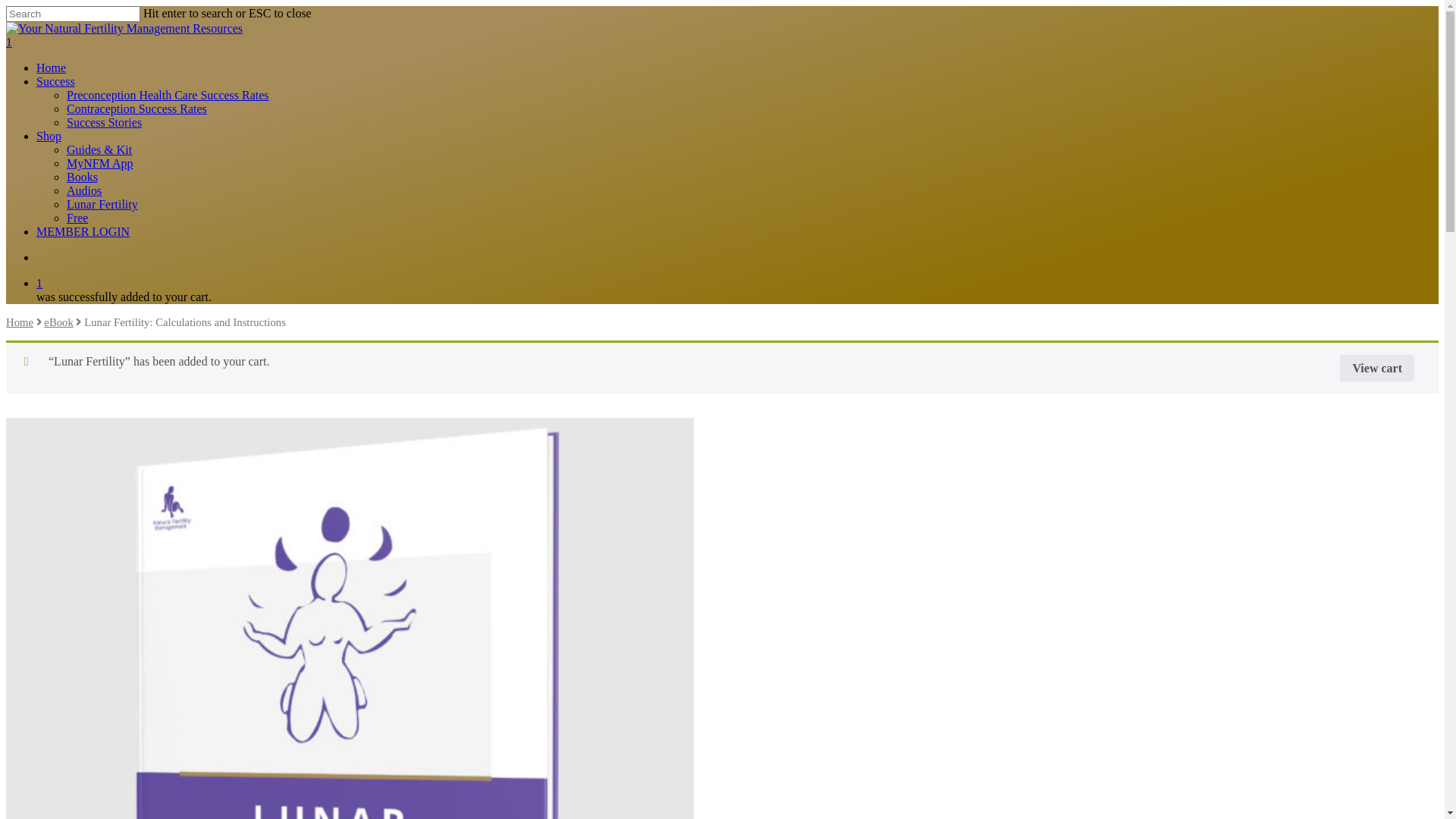 The height and width of the screenshot is (819, 1456). What do you see at coordinates (65, 95) in the screenshot?
I see `'Preconception Health Care Success Rates'` at bounding box center [65, 95].